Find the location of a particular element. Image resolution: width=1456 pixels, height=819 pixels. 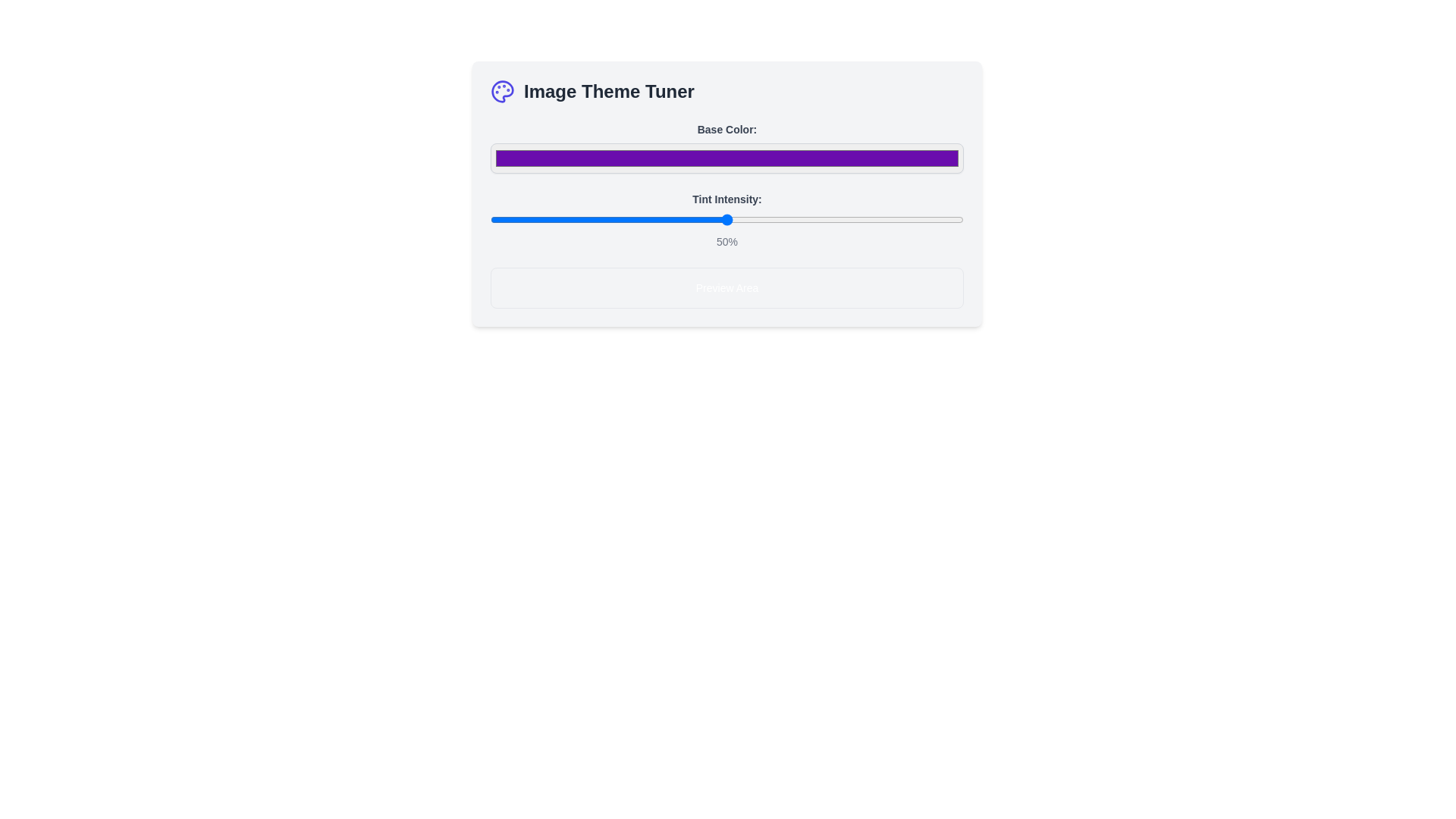

the color input field located directly below the 'Base Color:' label is located at coordinates (726, 158).